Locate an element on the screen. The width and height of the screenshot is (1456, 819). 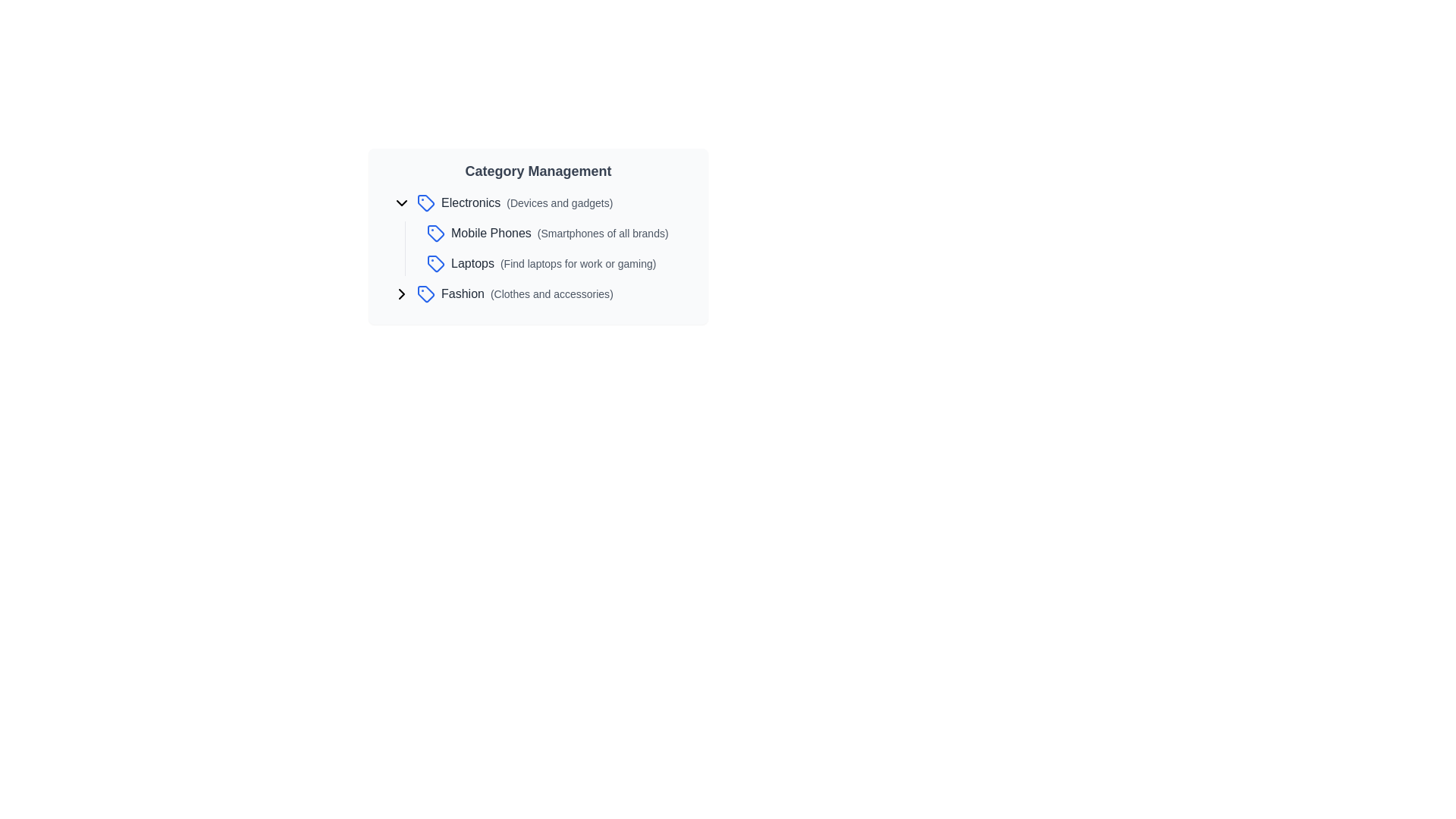
the descriptive text label for the 'Laptops' category, which is positioned to the right and slightly below the bold text 'Laptops' within the 'Category Management' menu under 'Electronics' is located at coordinates (577, 262).